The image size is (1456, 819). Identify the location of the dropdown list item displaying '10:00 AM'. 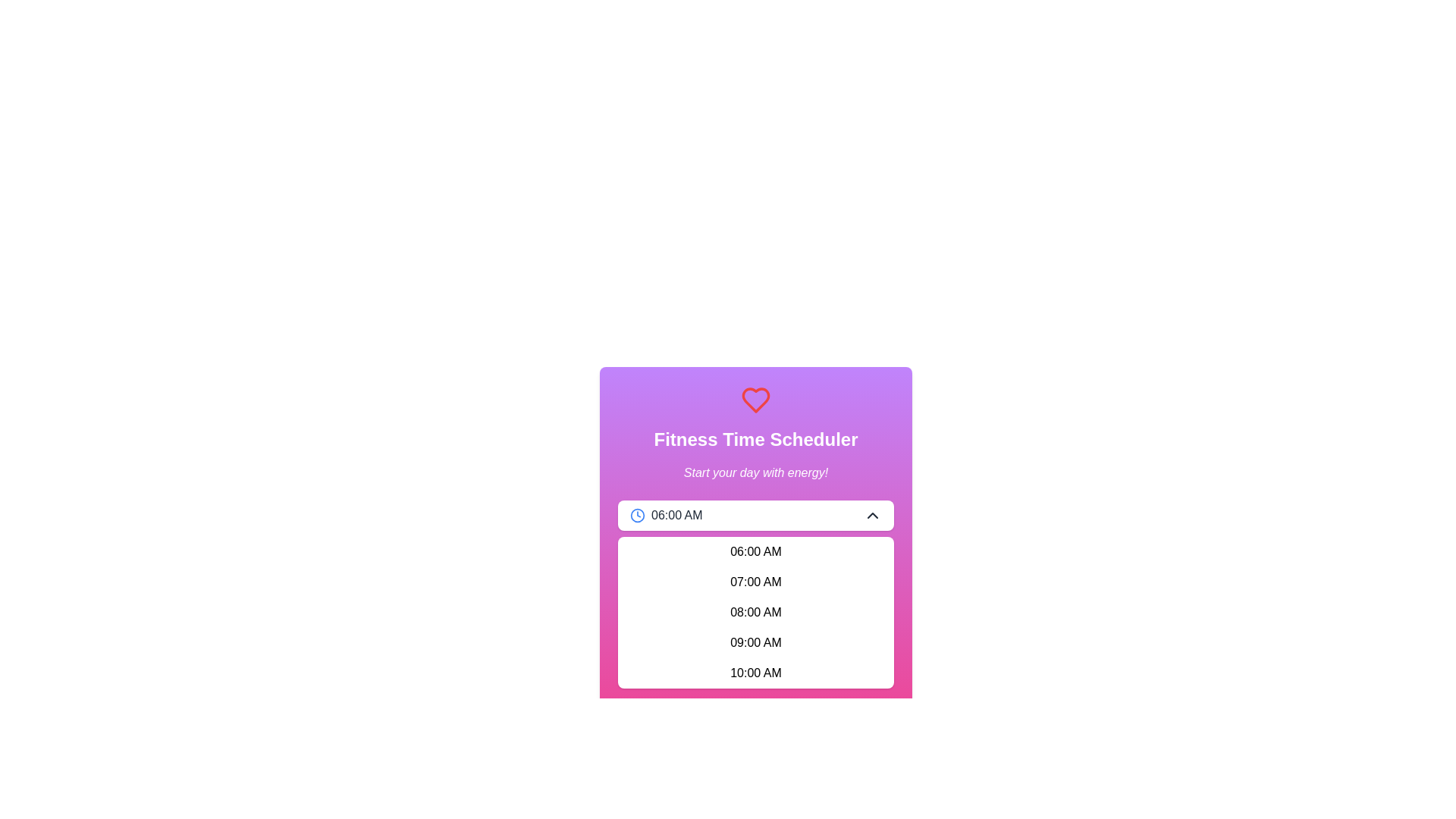
(756, 672).